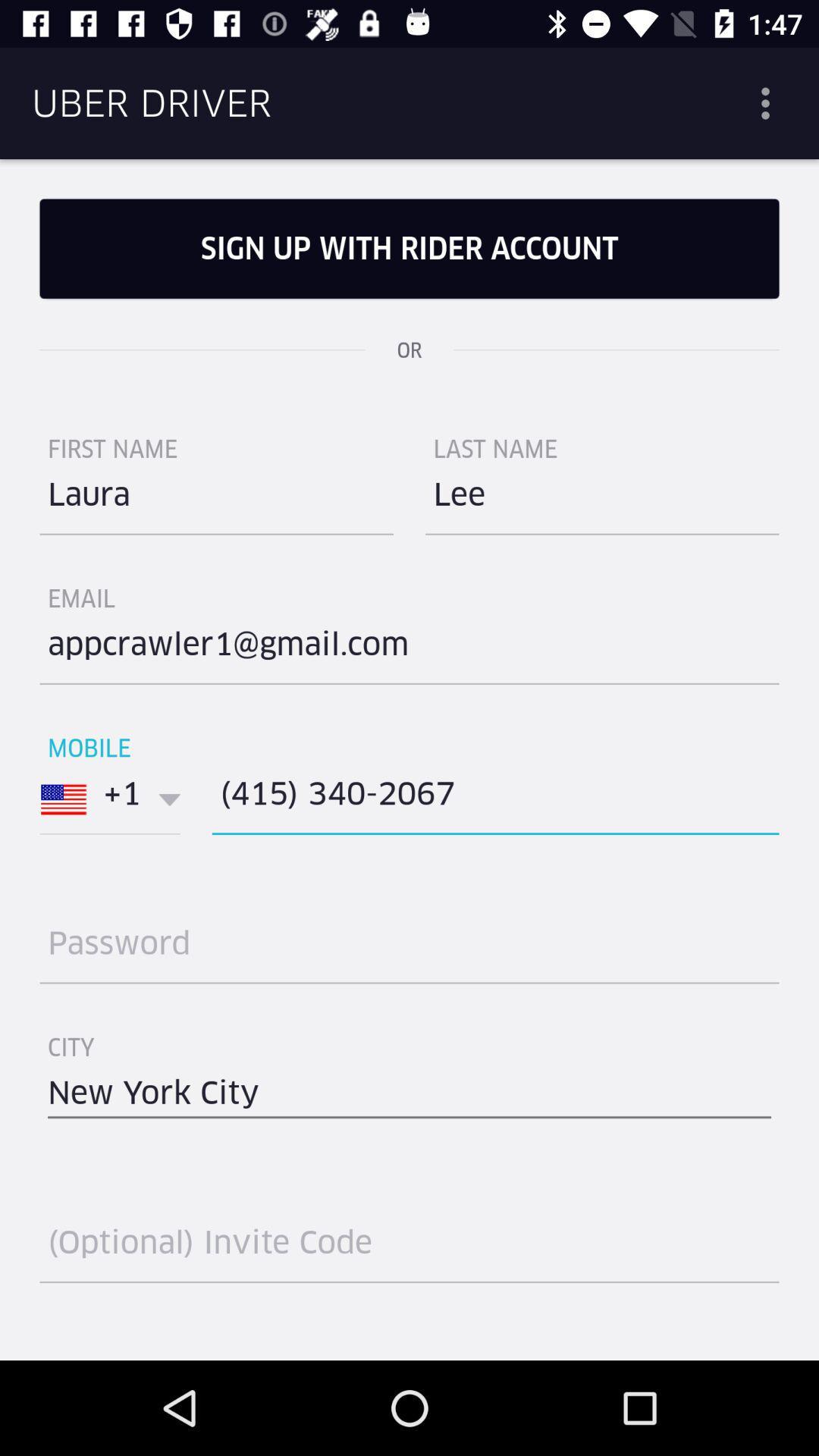 The height and width of the screenshot is (1456, 819). I want to click on optional invite code, so click(409, 1248).